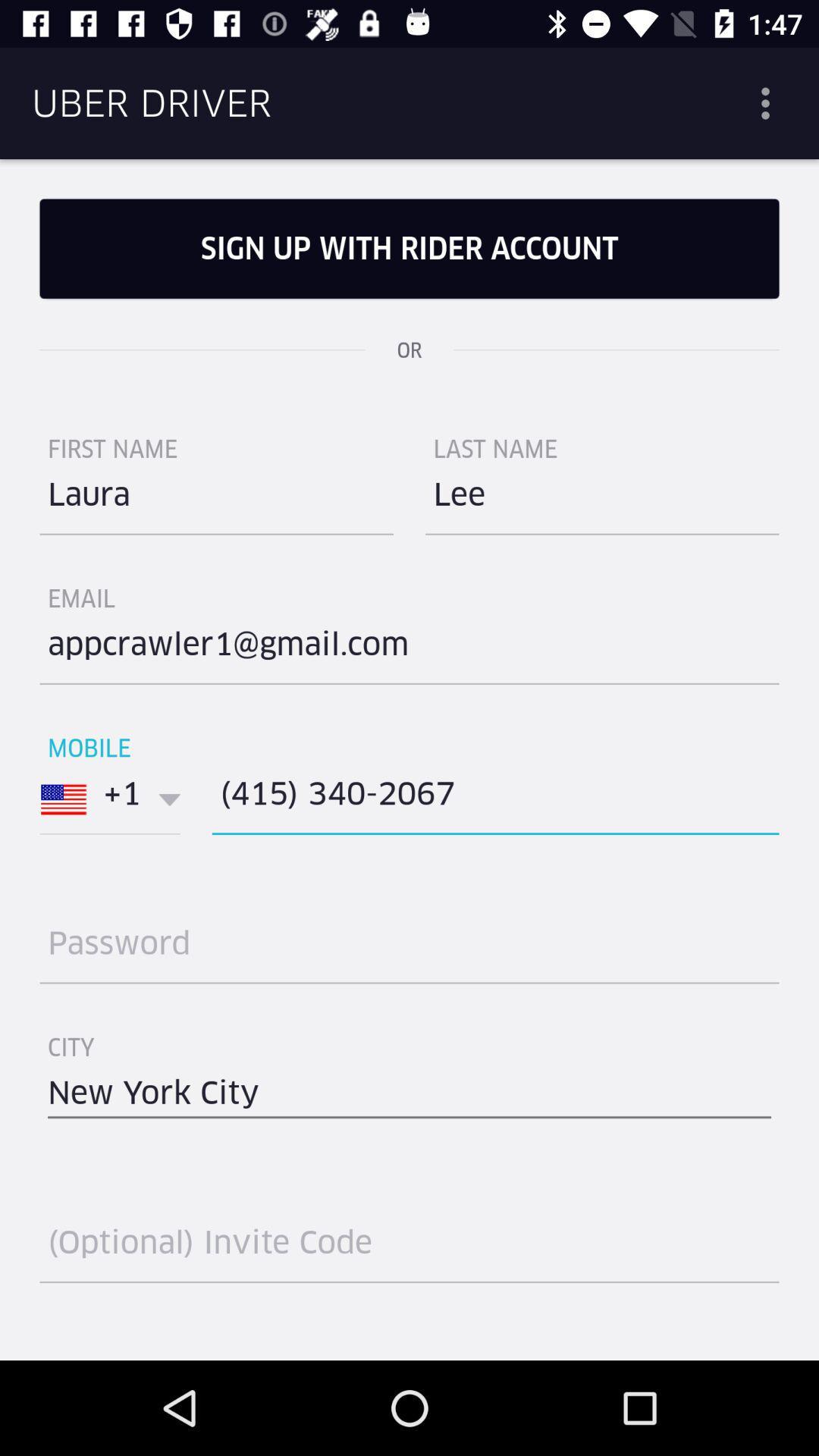 The height and width of the screenshot is (1456, 819). I want to click on optional invite code, so click(409, 1248).